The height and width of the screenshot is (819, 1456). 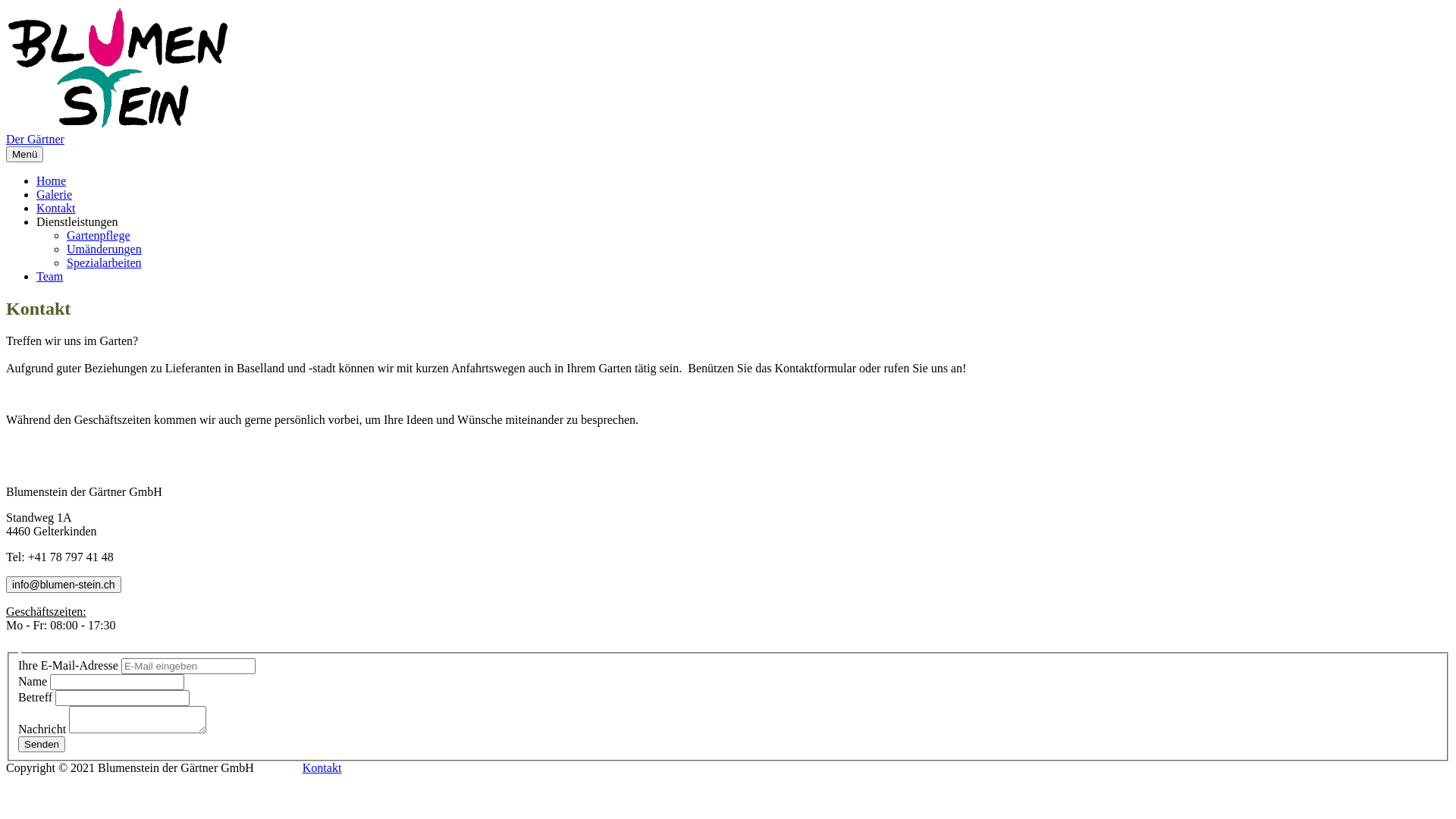 What do you see at coordinates (51, 180) in the screenshot?
I see `'Home'` at bounding box center [51, 180].